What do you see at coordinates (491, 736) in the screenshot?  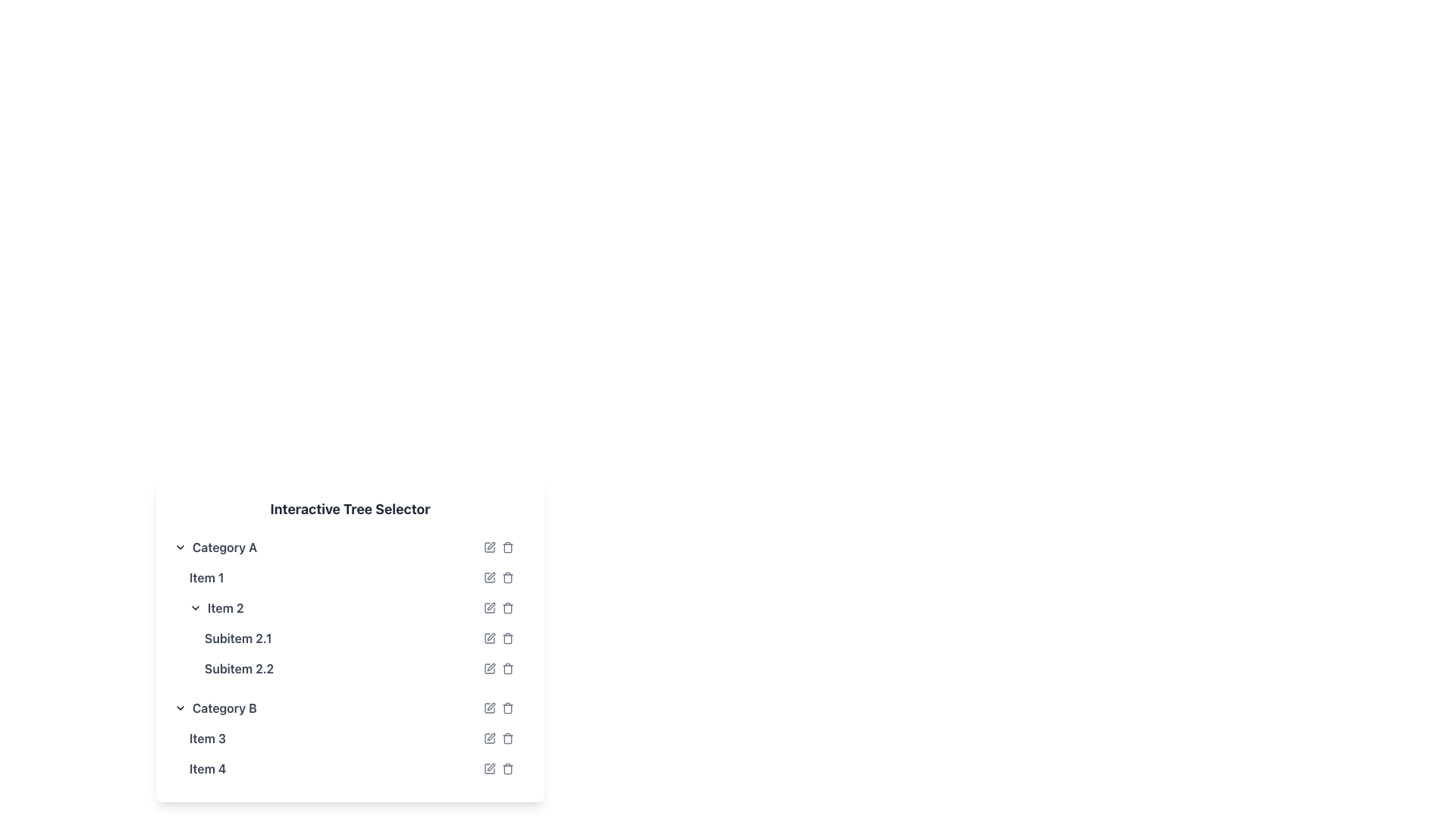 I see `the pen-like icon button located in the toolbar next to 'Item 3' in 'Category B', which is styled in grayish blue and is the second action icon from the left` at bounding box center [491, 736].